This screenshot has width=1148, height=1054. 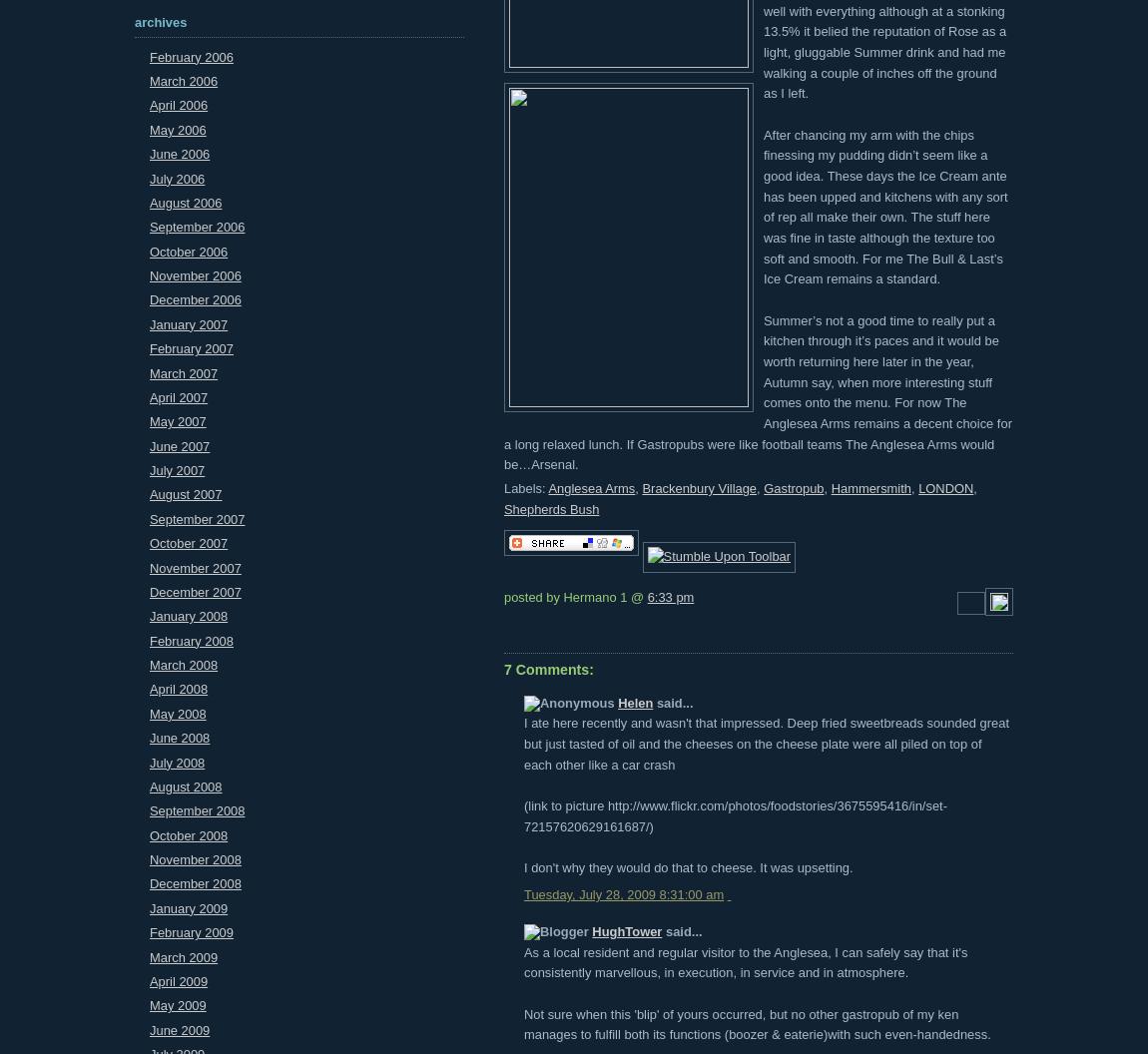 I want to click on 'December 2007', so click(x=194, y=591).